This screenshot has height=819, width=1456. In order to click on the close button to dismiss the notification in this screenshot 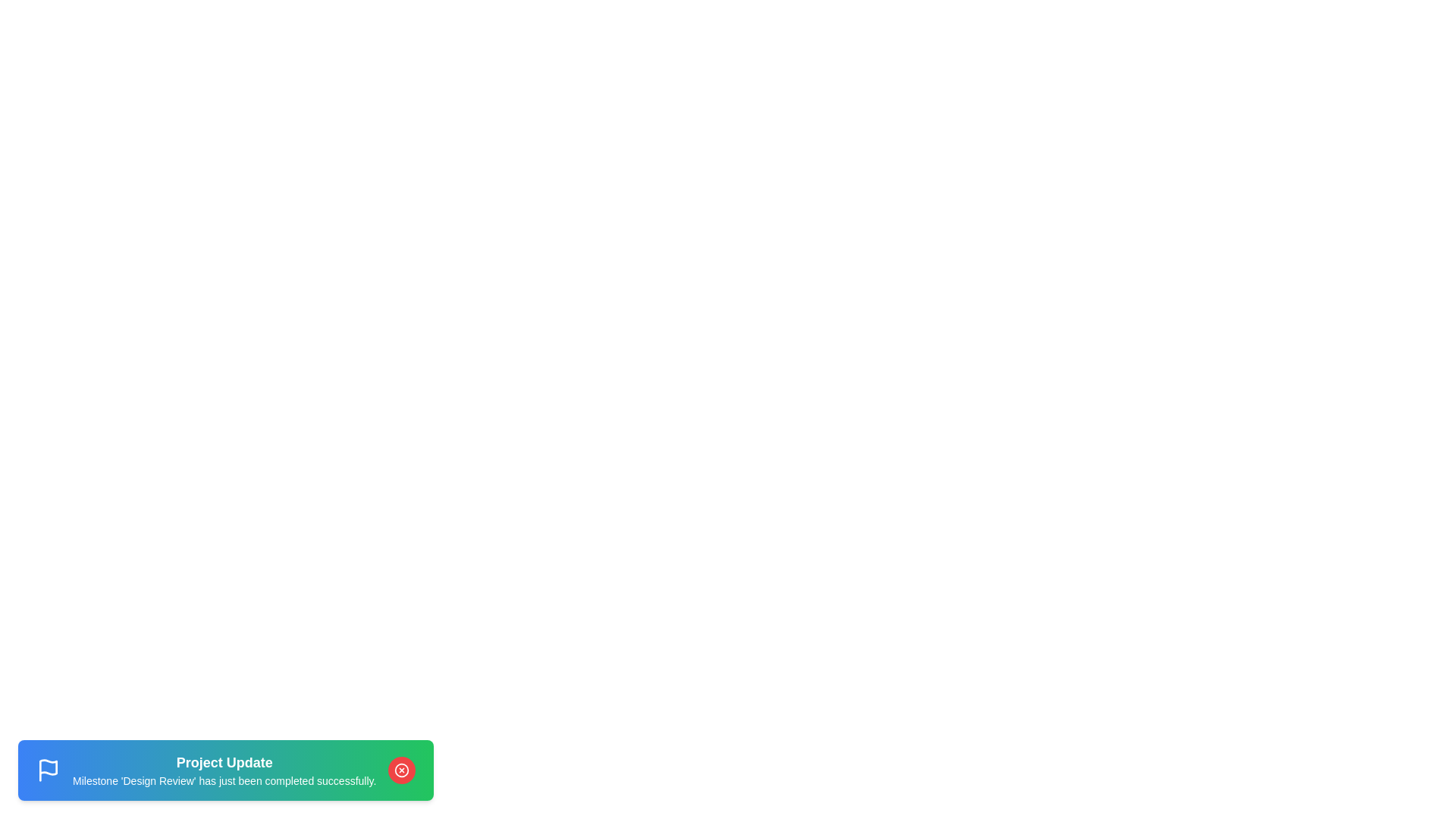, I will do `click(401, 770)`.